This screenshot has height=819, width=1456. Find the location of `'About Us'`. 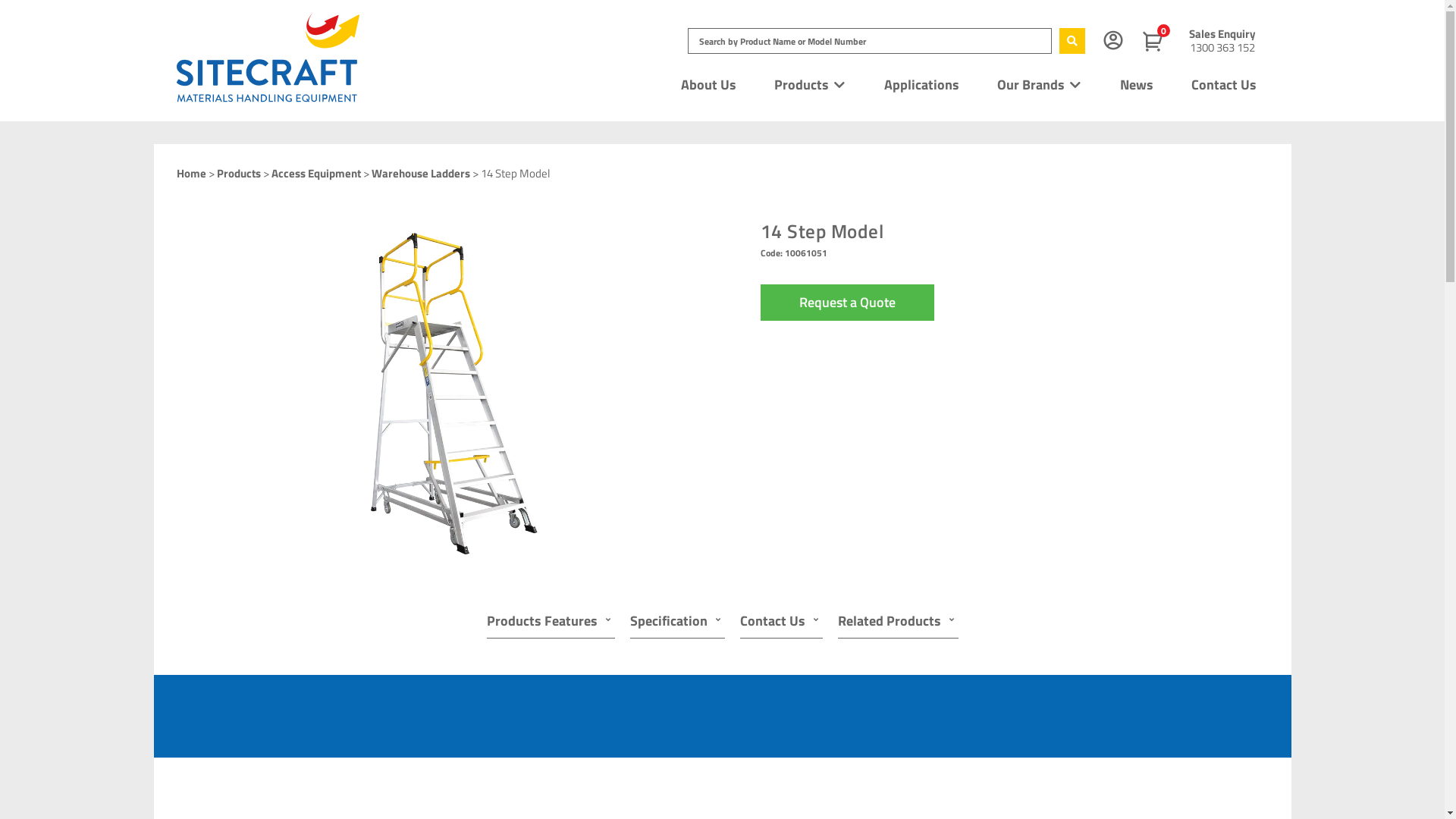

'About Us' is located at coordinates (708, 84).